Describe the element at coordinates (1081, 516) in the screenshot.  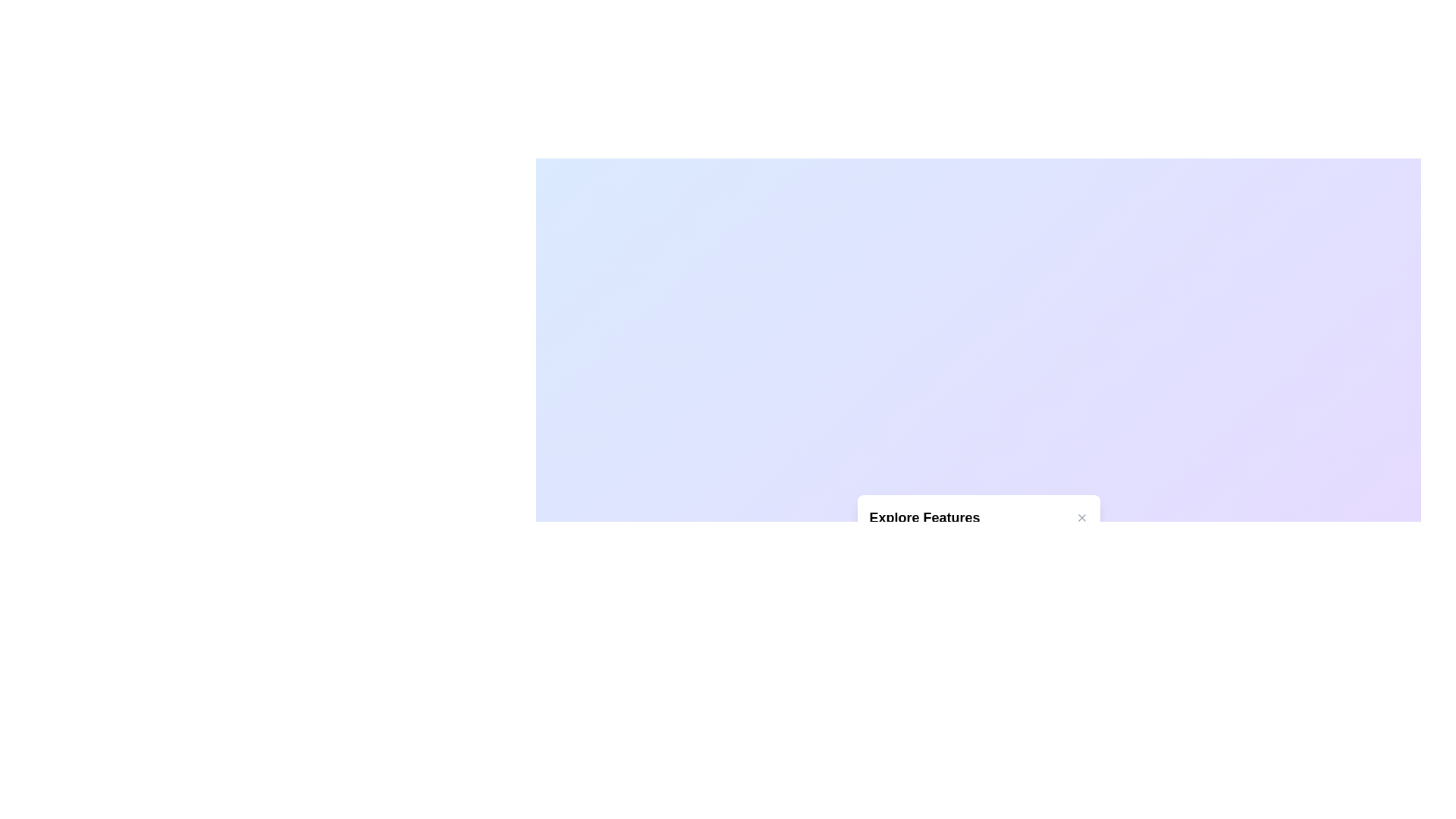
I see `the small 'X' icon button located to the right of the 'Explore Features' text in the header to observe its color change from gray to red` at that location.